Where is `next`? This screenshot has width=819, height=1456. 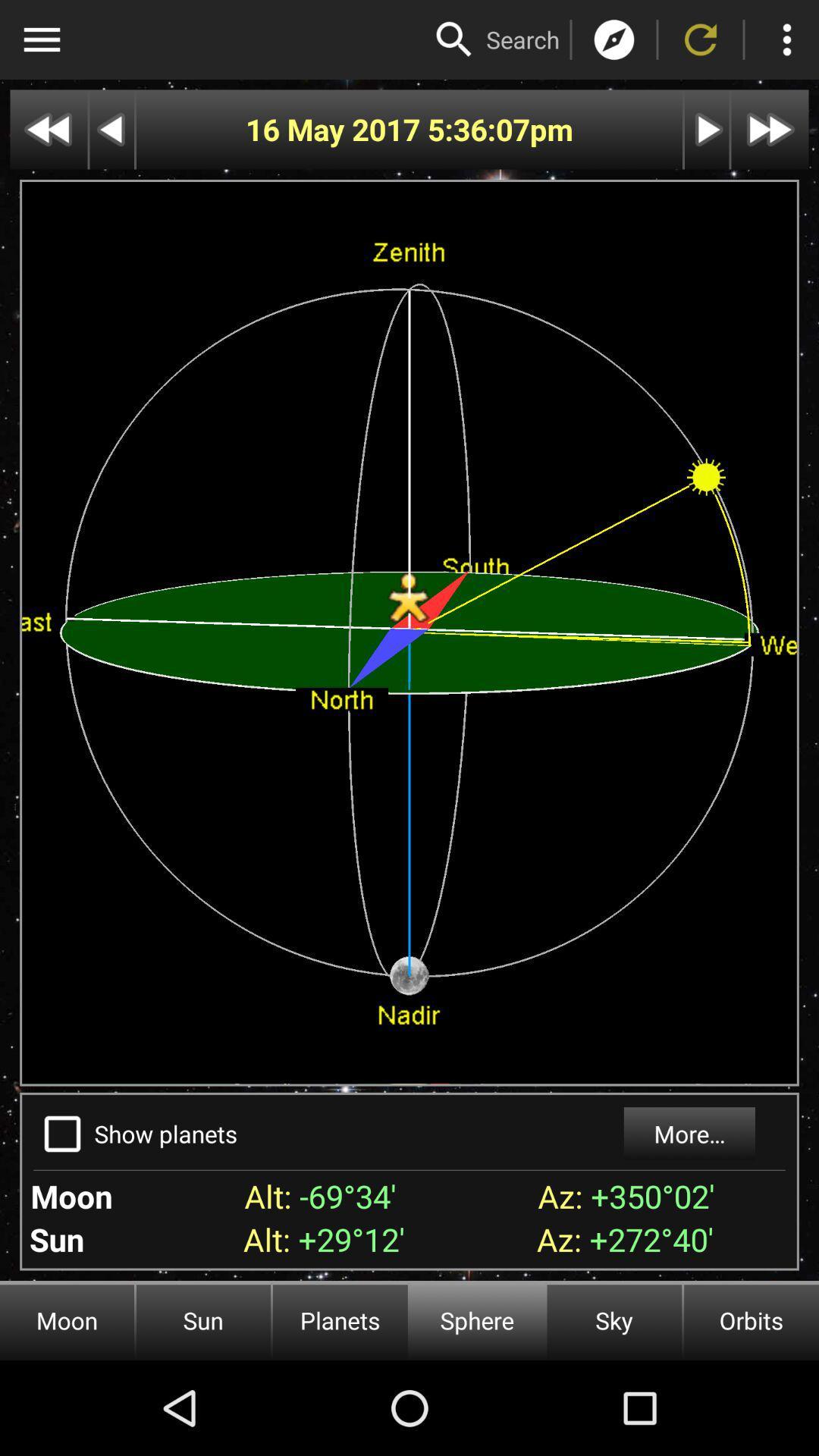
next is located at coordinates (707, 130).